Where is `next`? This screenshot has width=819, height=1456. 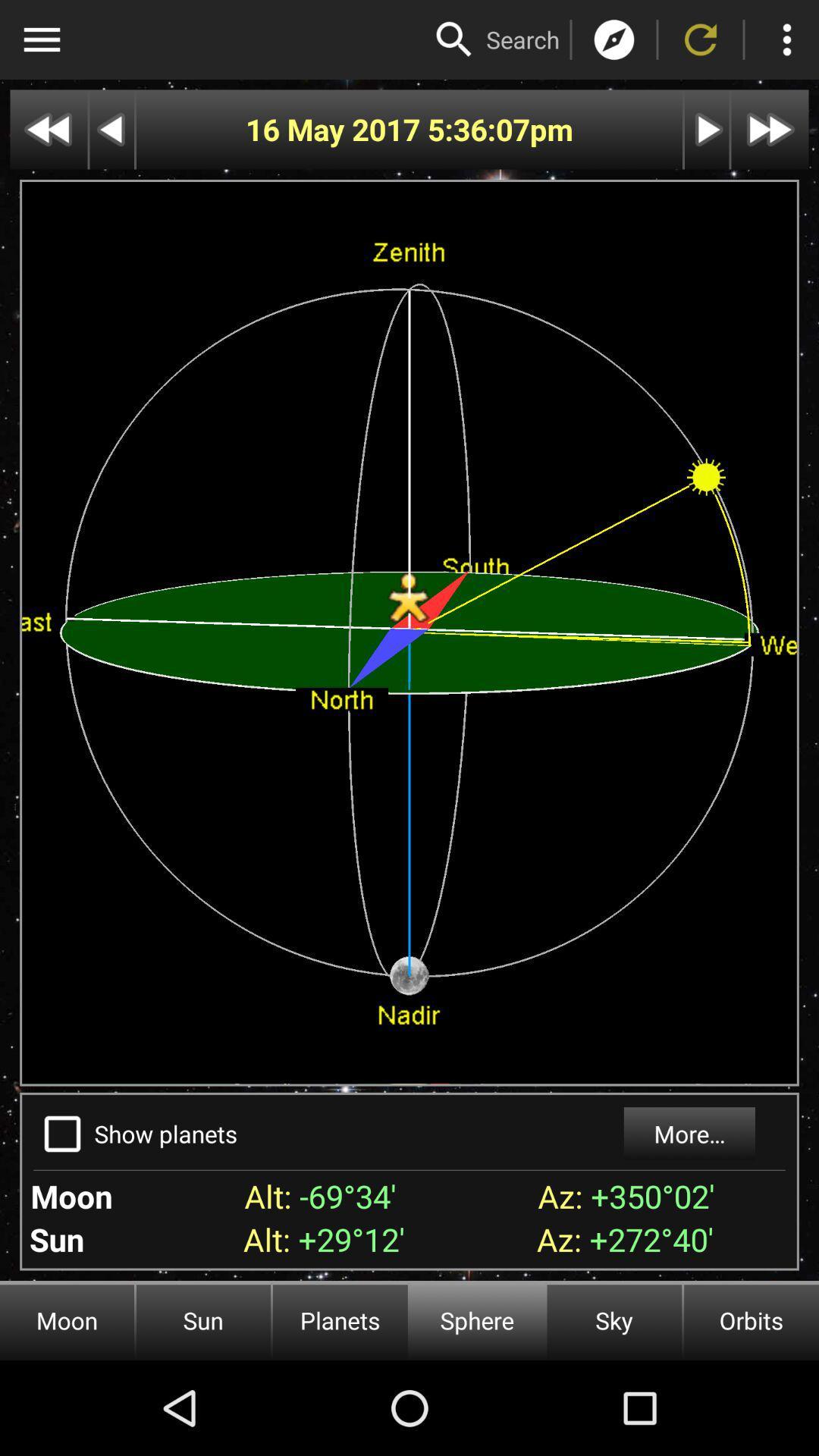
next is located at coordinates (707, 130).